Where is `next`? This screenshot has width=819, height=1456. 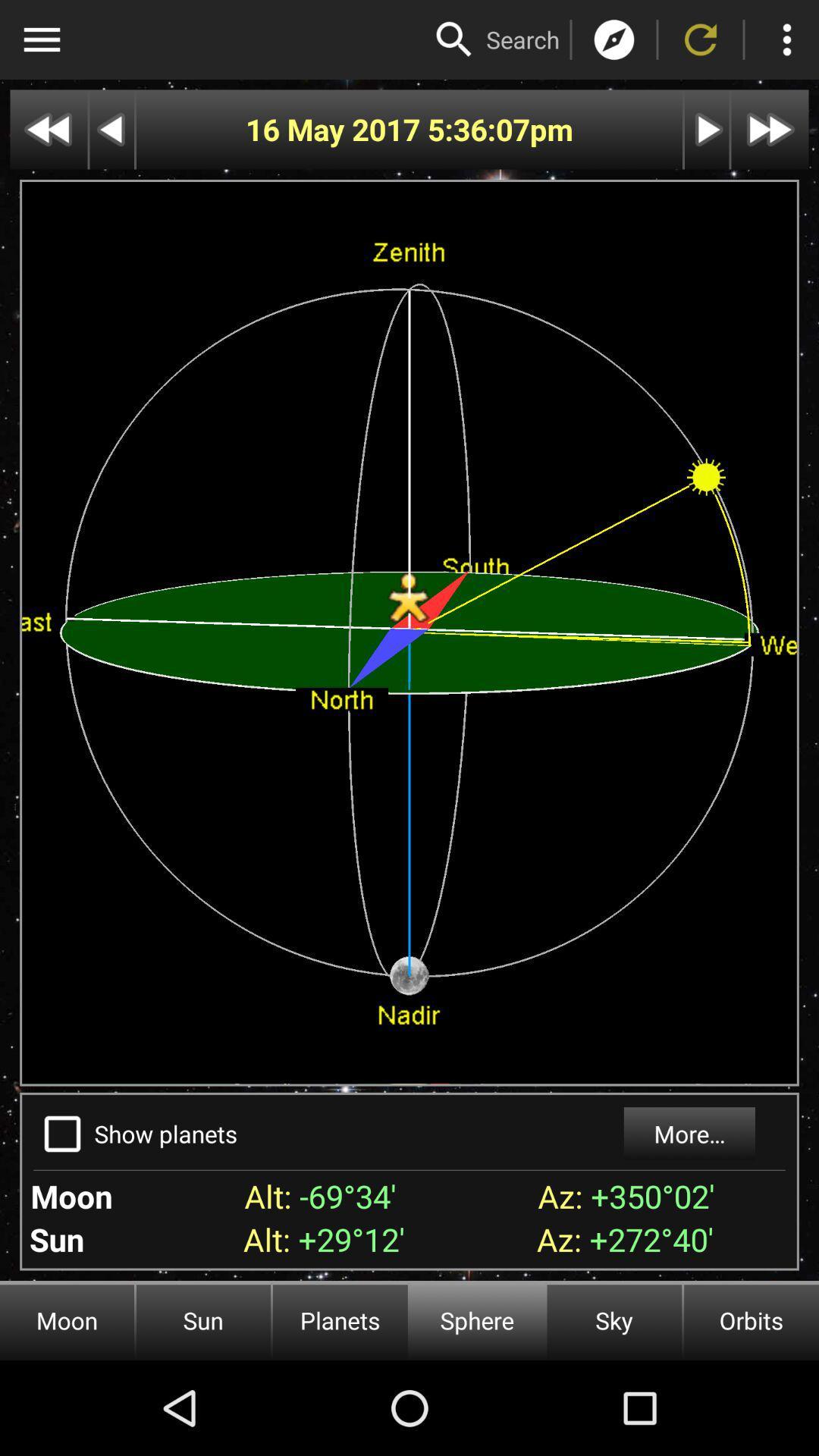
next is located at coordinates (707, 130).